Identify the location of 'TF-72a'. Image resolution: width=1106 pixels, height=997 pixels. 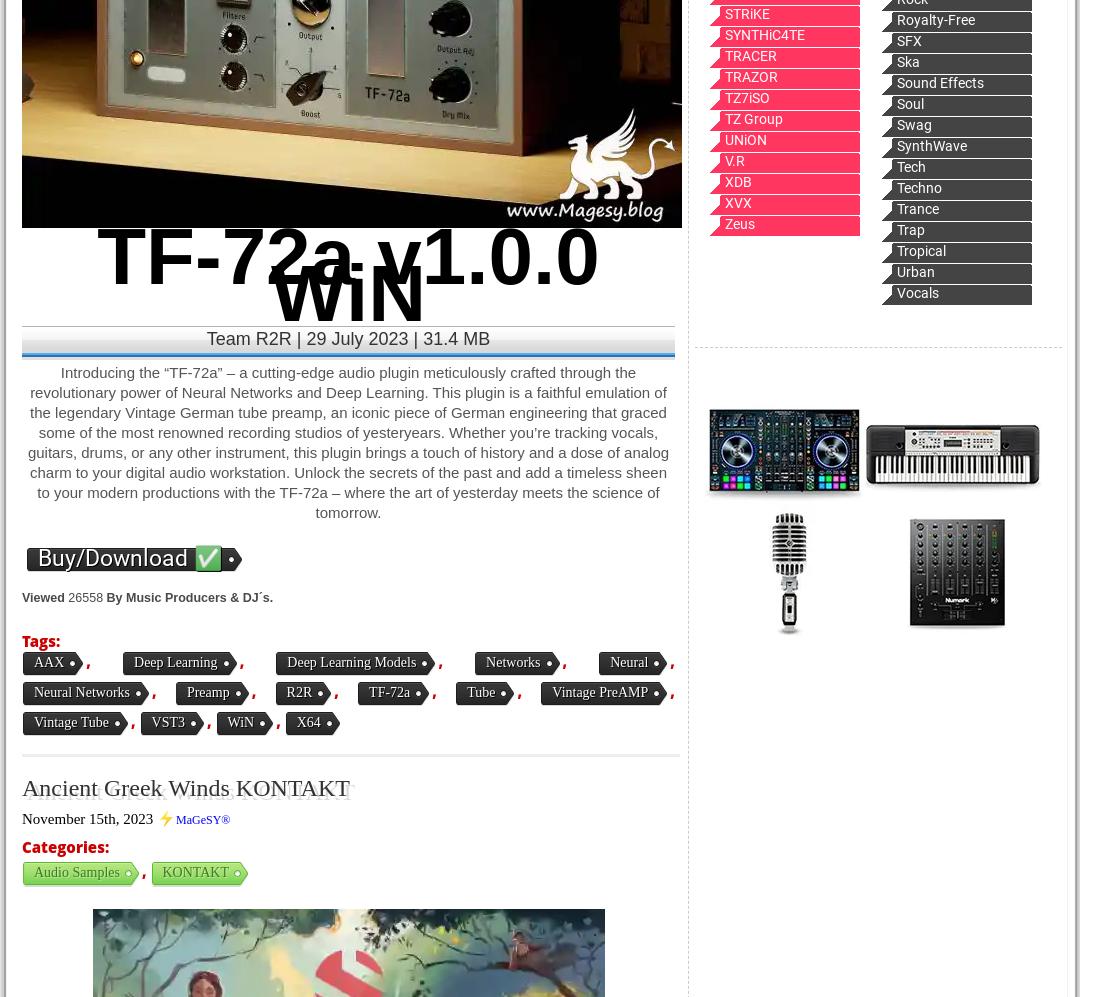
(388, 691).